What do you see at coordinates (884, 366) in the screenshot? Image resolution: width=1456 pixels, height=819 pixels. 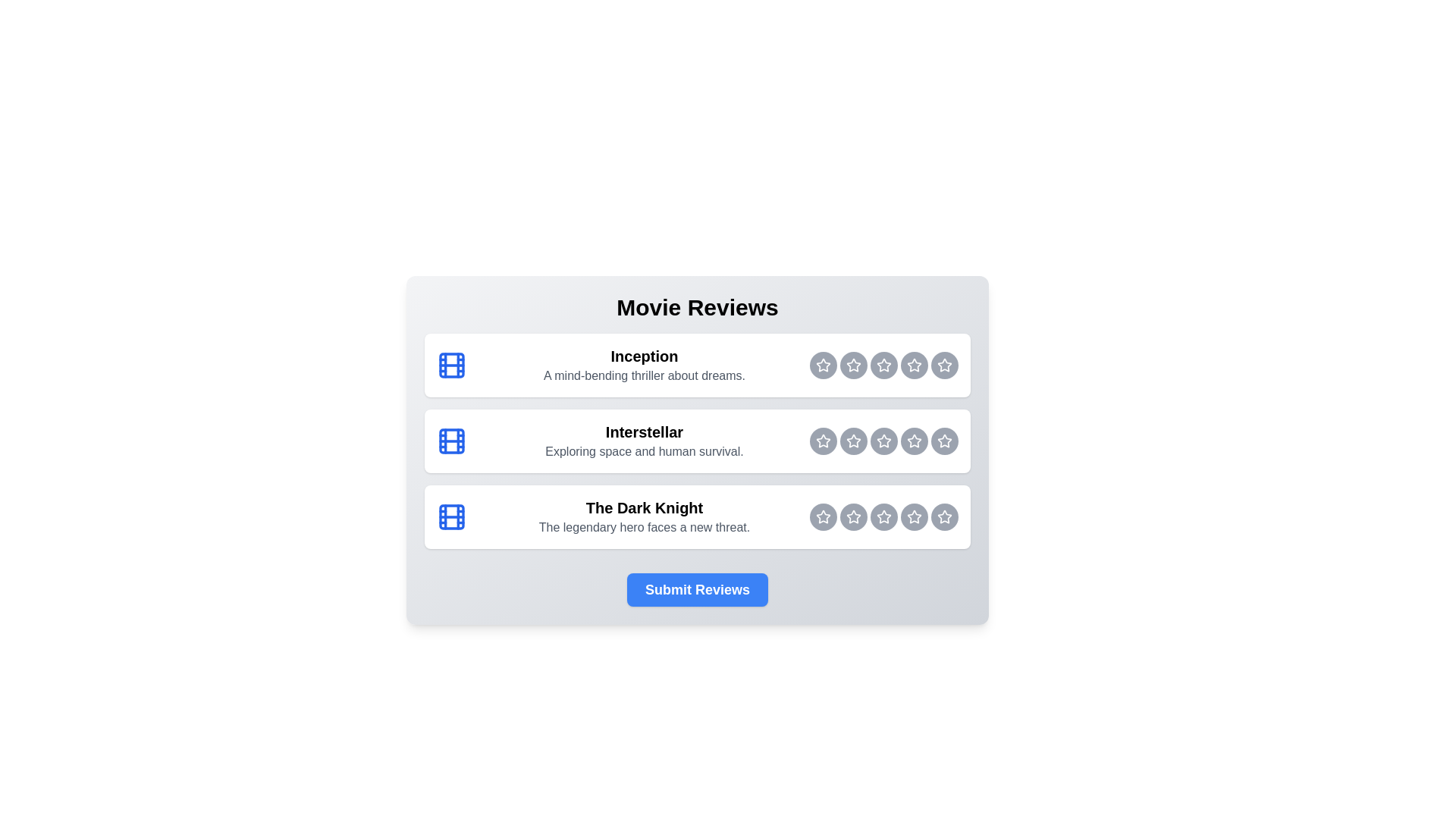 I see `the rating button for Inception at 3 stars` at bounding box center [884, 366].